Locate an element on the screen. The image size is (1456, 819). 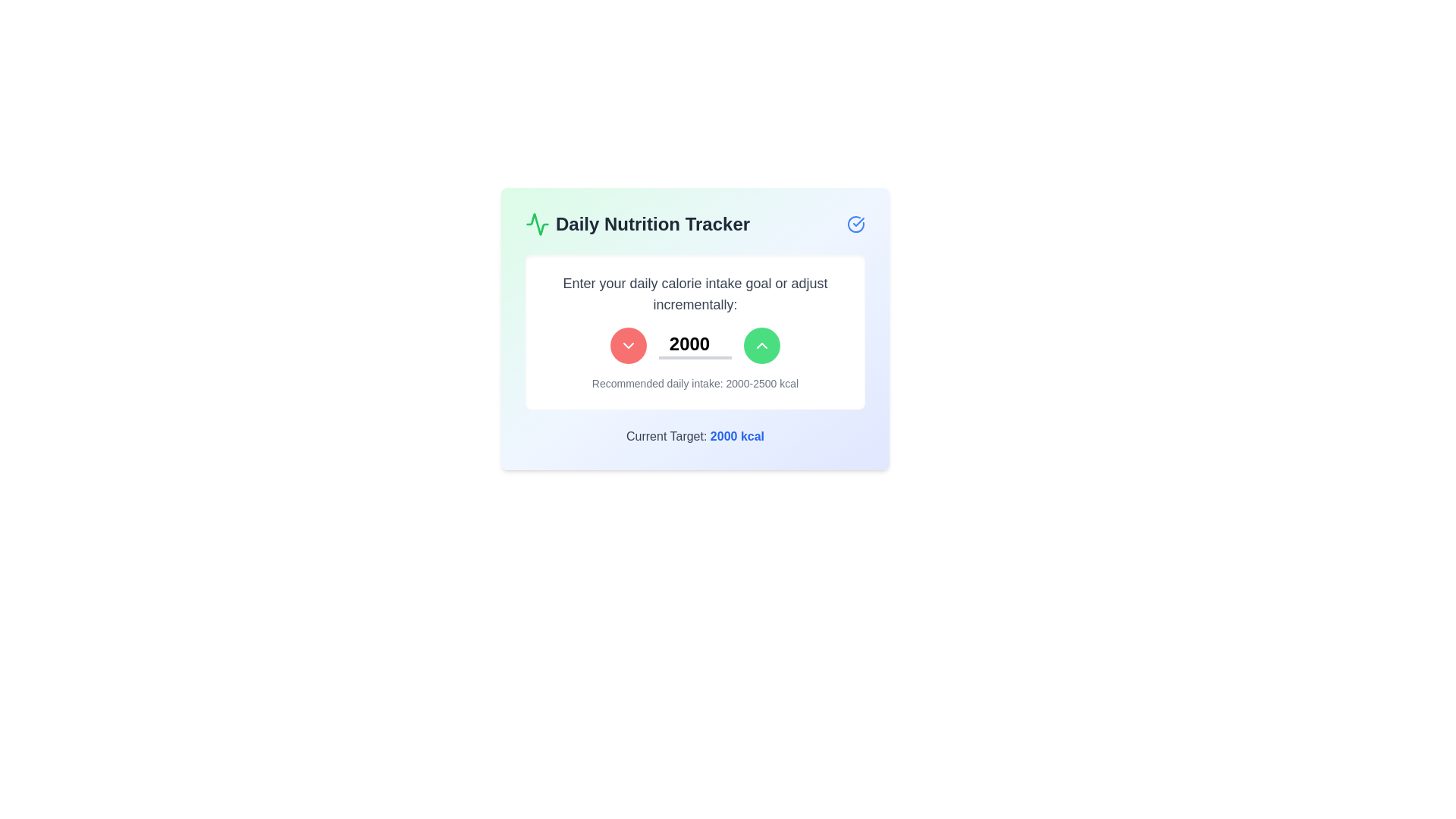
the upward-facing chevron icon styled with a green circular button, which is located to the right of the numeral display '2000' and adjacent to the red decrement button is located at coordinates (761, 345).